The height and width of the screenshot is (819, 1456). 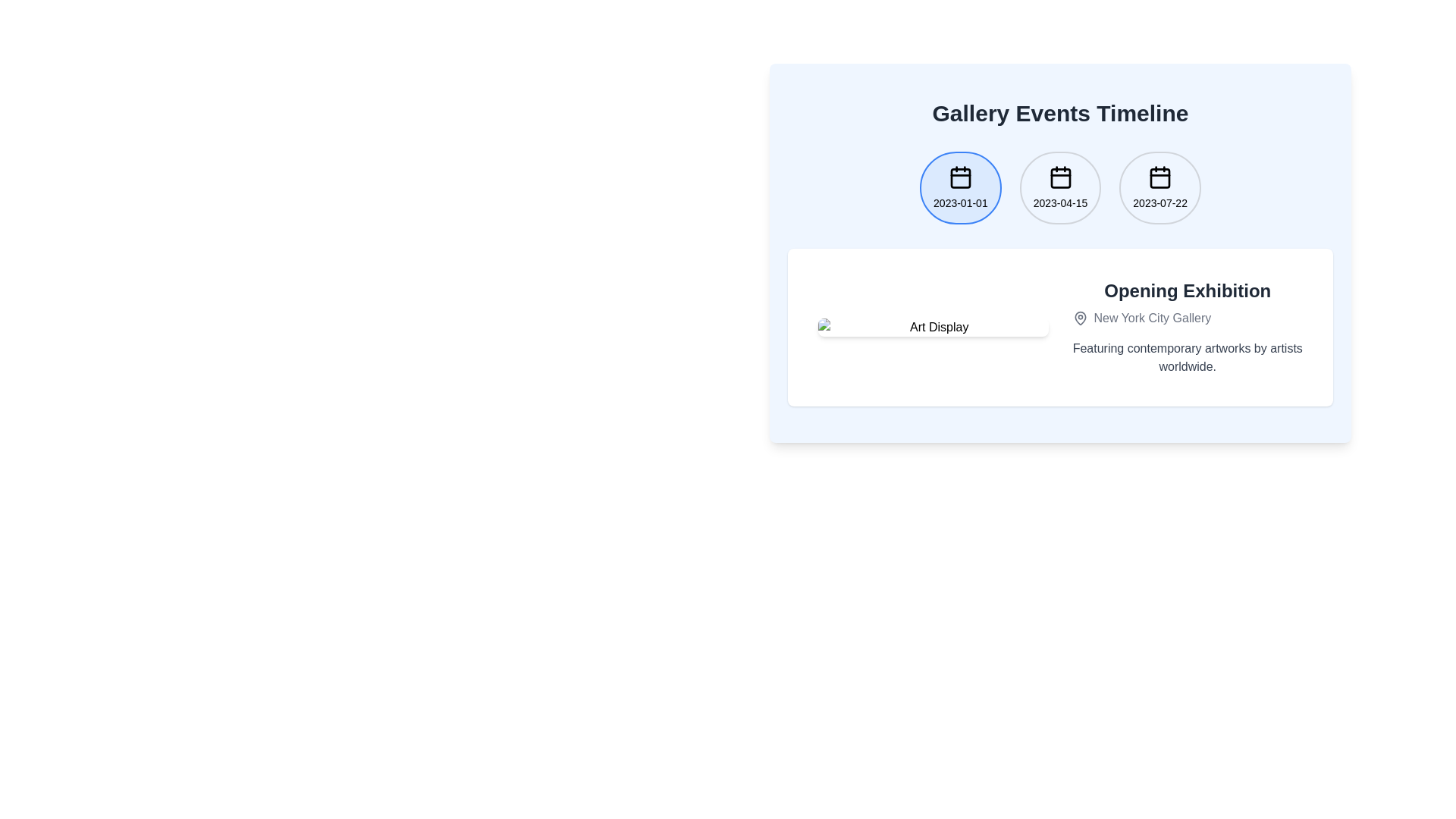 I want to click on text label indicating the date associated with the calendar icon located in the second circle of the horizontal list of event indicators in the Gallery Events Timeline panel, so click(x=1059, y=202).